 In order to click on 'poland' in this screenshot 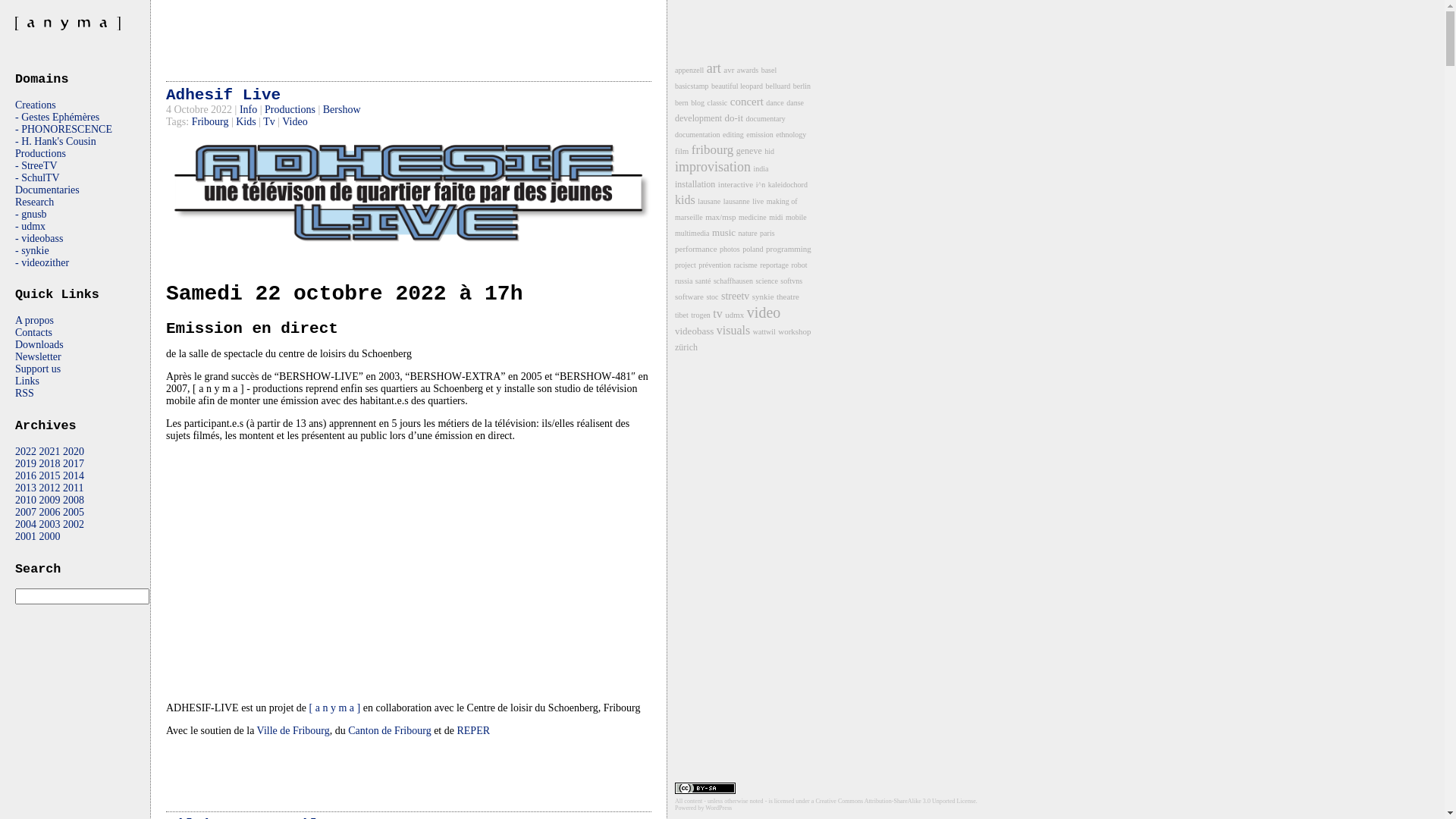, I will do `click(752, 248)`.